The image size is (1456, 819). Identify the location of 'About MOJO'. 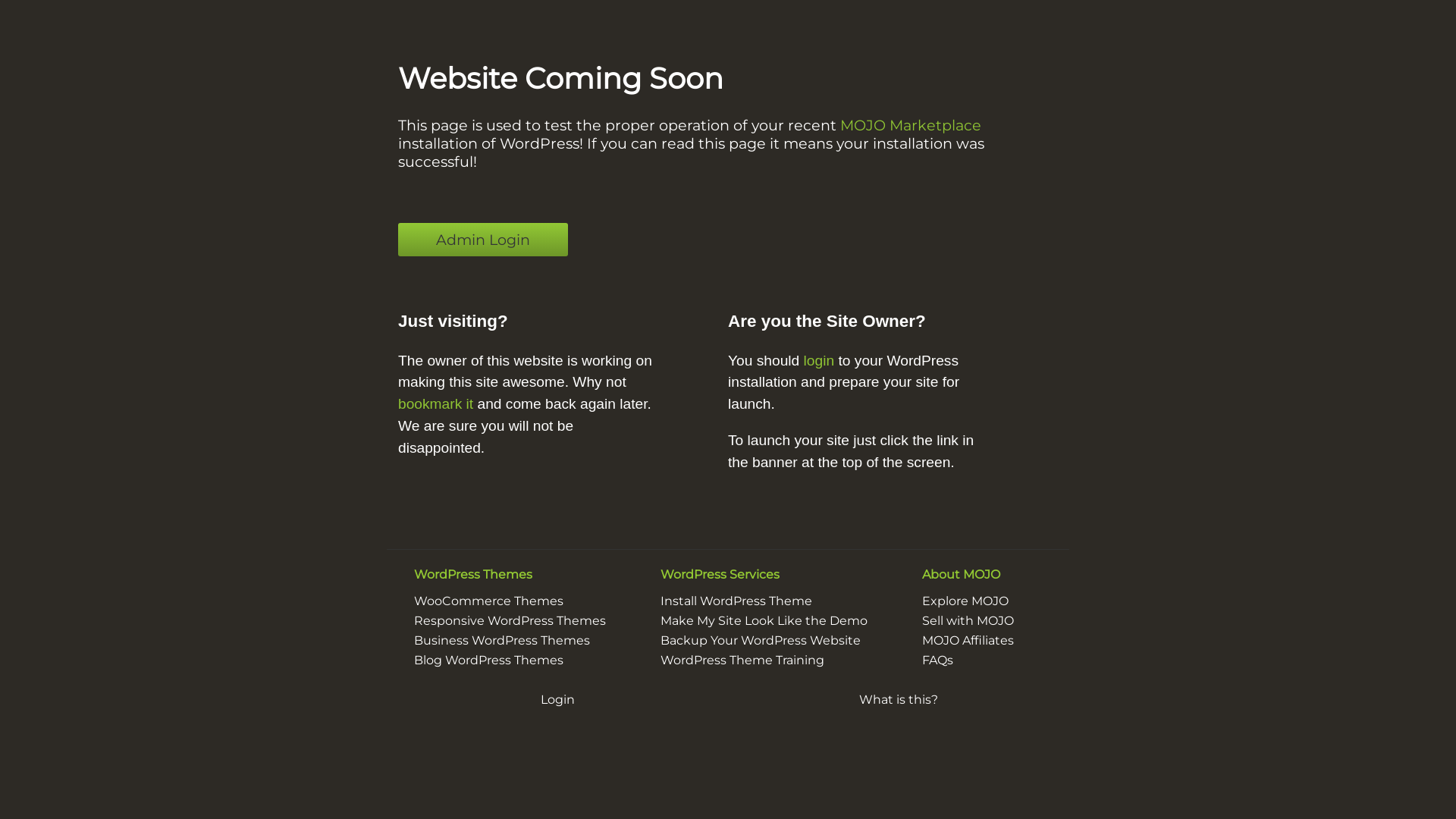
(960, 574).